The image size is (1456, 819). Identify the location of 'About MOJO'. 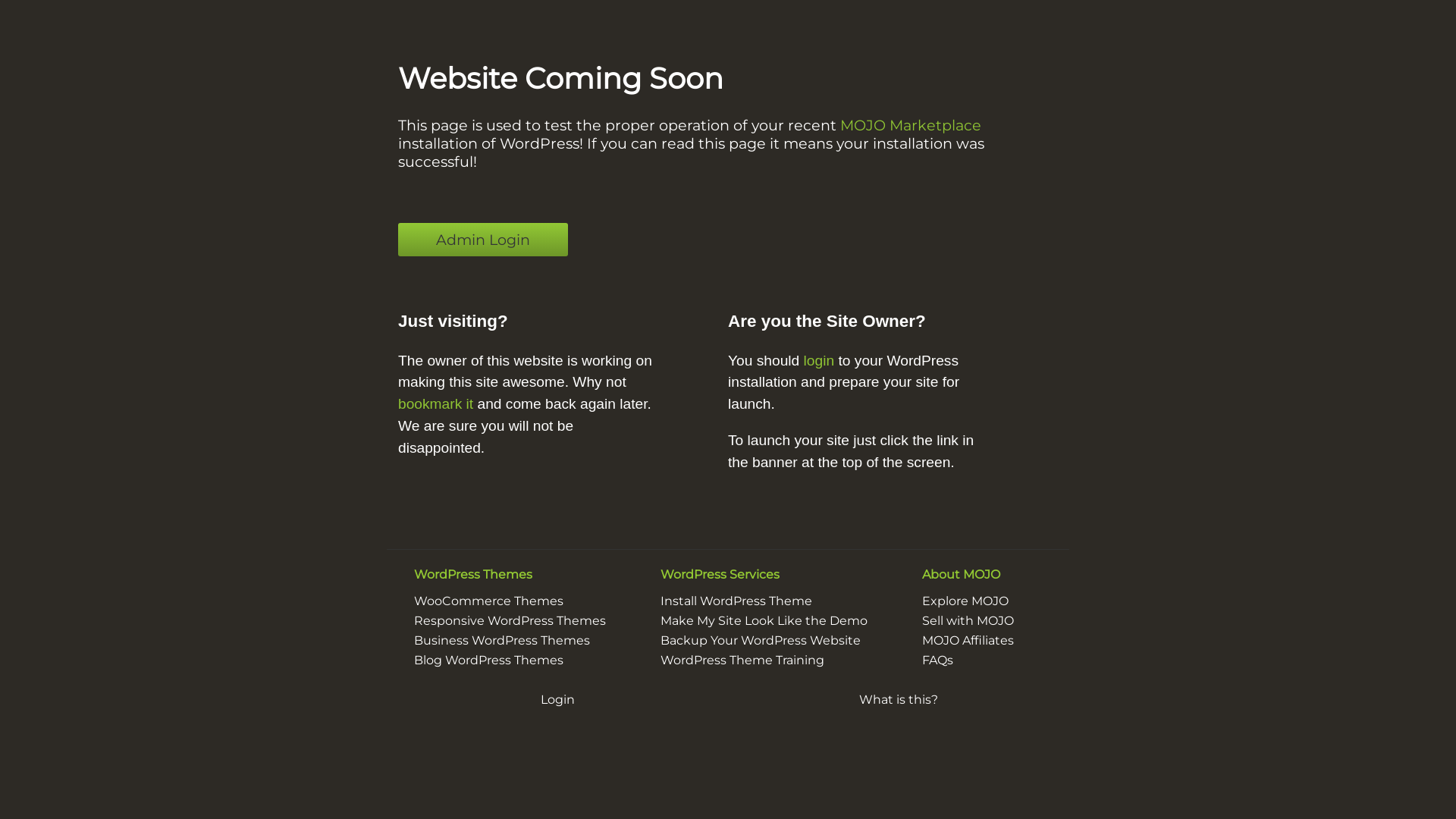
(960, 574).